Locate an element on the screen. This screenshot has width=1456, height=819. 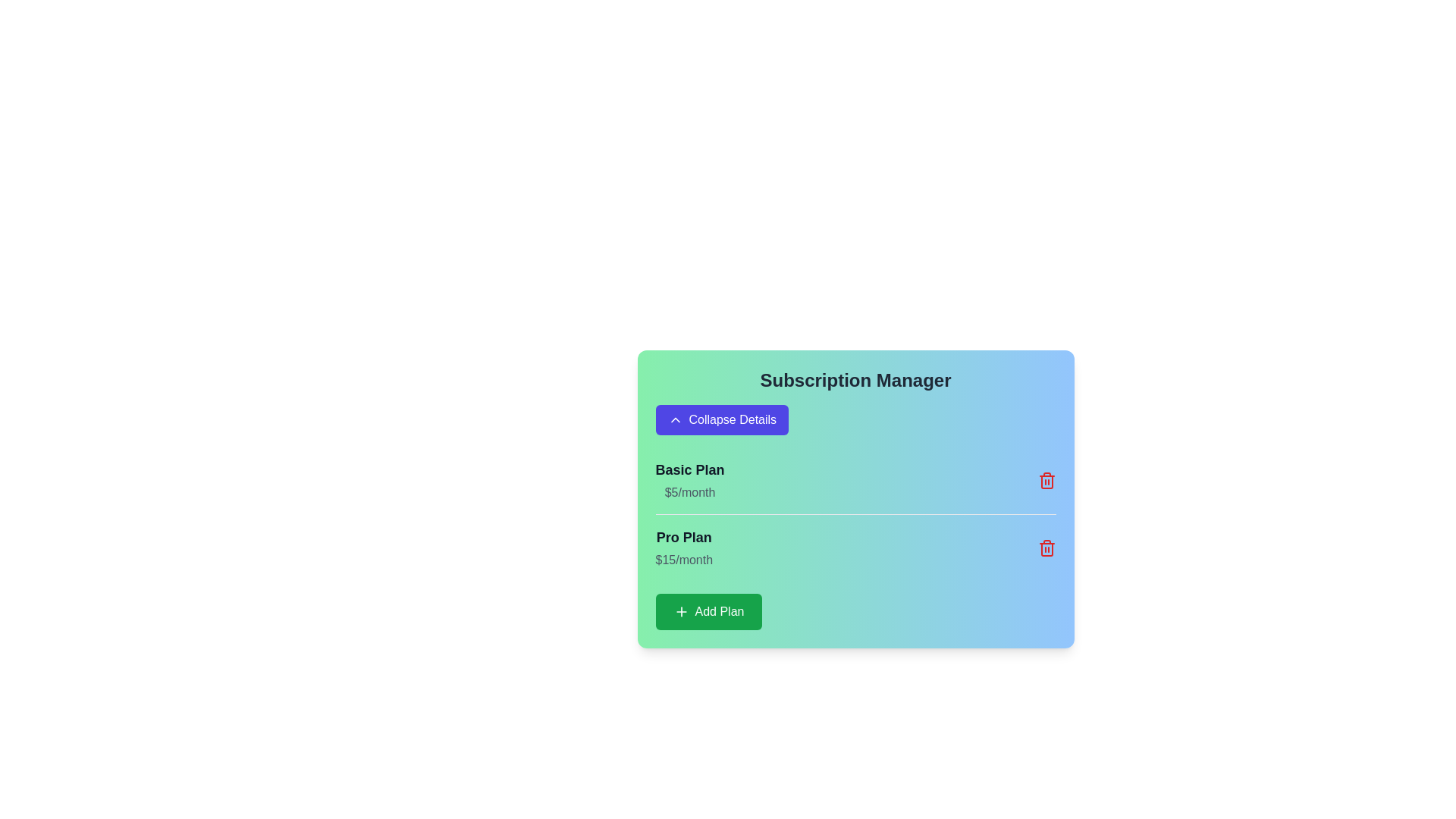
the deletion icon button located at the bottom-right of the 'Subscription Manager' section is located at coordinates (1046, 550).